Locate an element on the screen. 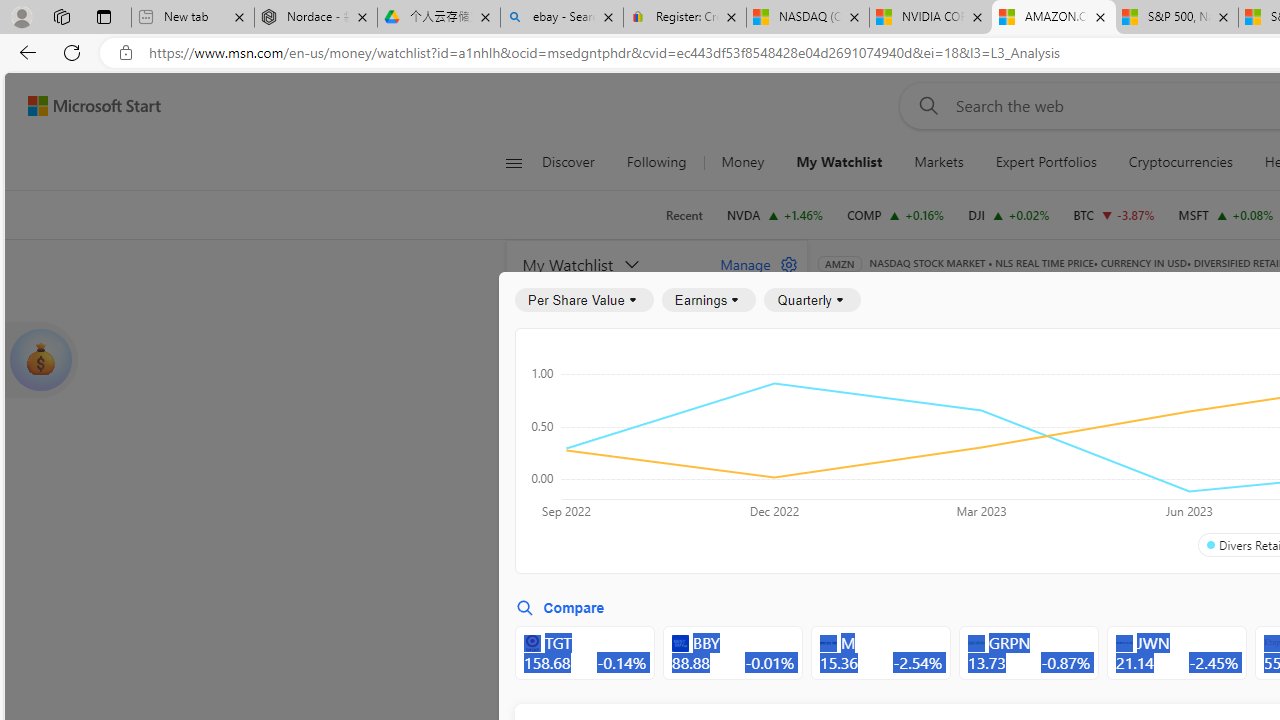 The height and width of the screenshot is (720, 1280). 'Money' is located at coordinates (742, 162).